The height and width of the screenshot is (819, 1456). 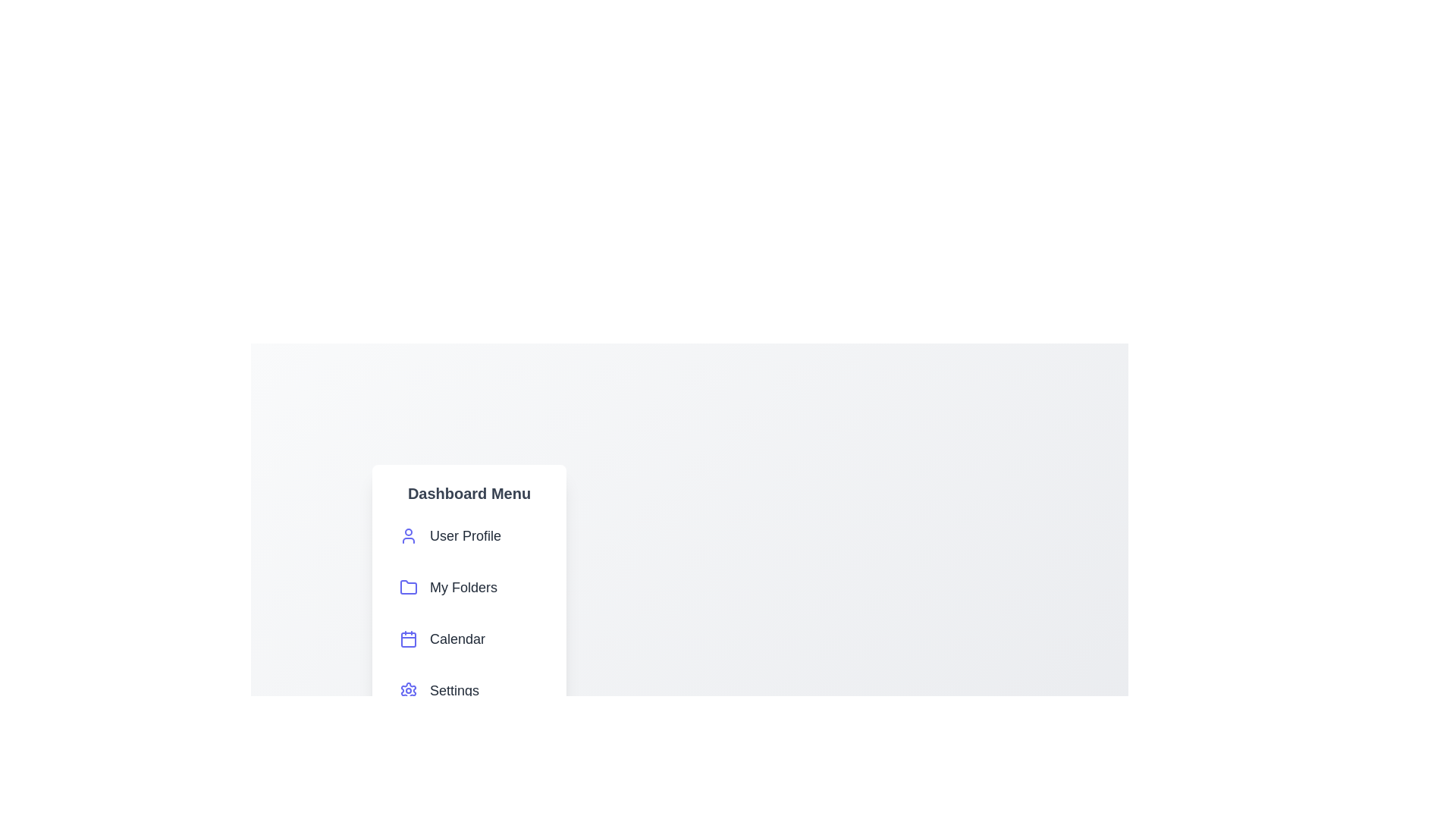 What do you see at coordinates (469, 690) in the screenshot?
I see `the 'Settings' menu item in the dashboard menu` at bounding box center [469, 690].